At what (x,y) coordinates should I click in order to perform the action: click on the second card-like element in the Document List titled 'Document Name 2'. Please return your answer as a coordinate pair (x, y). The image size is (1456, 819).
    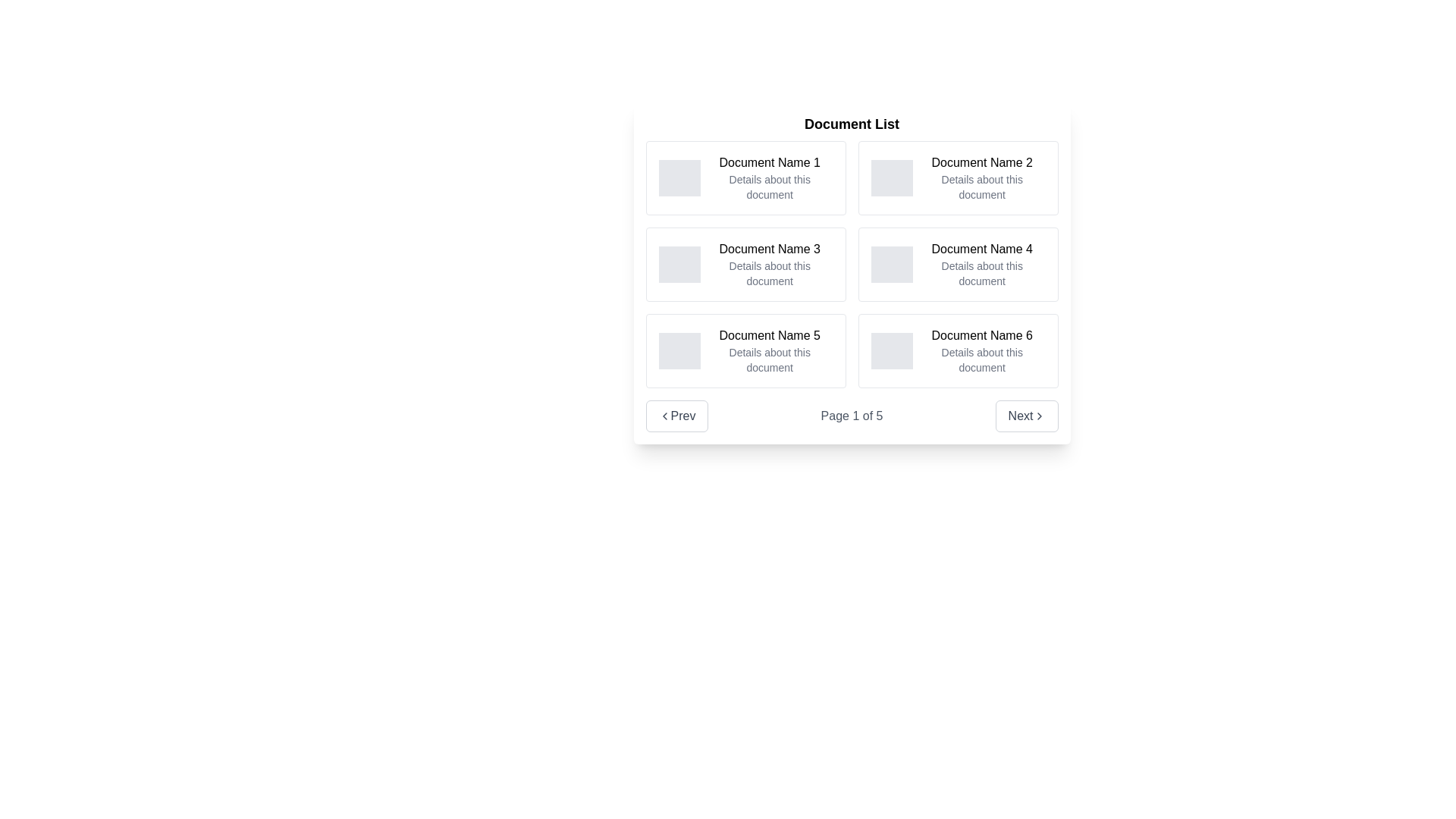
    Looking at the image, I should click on (957, 177).